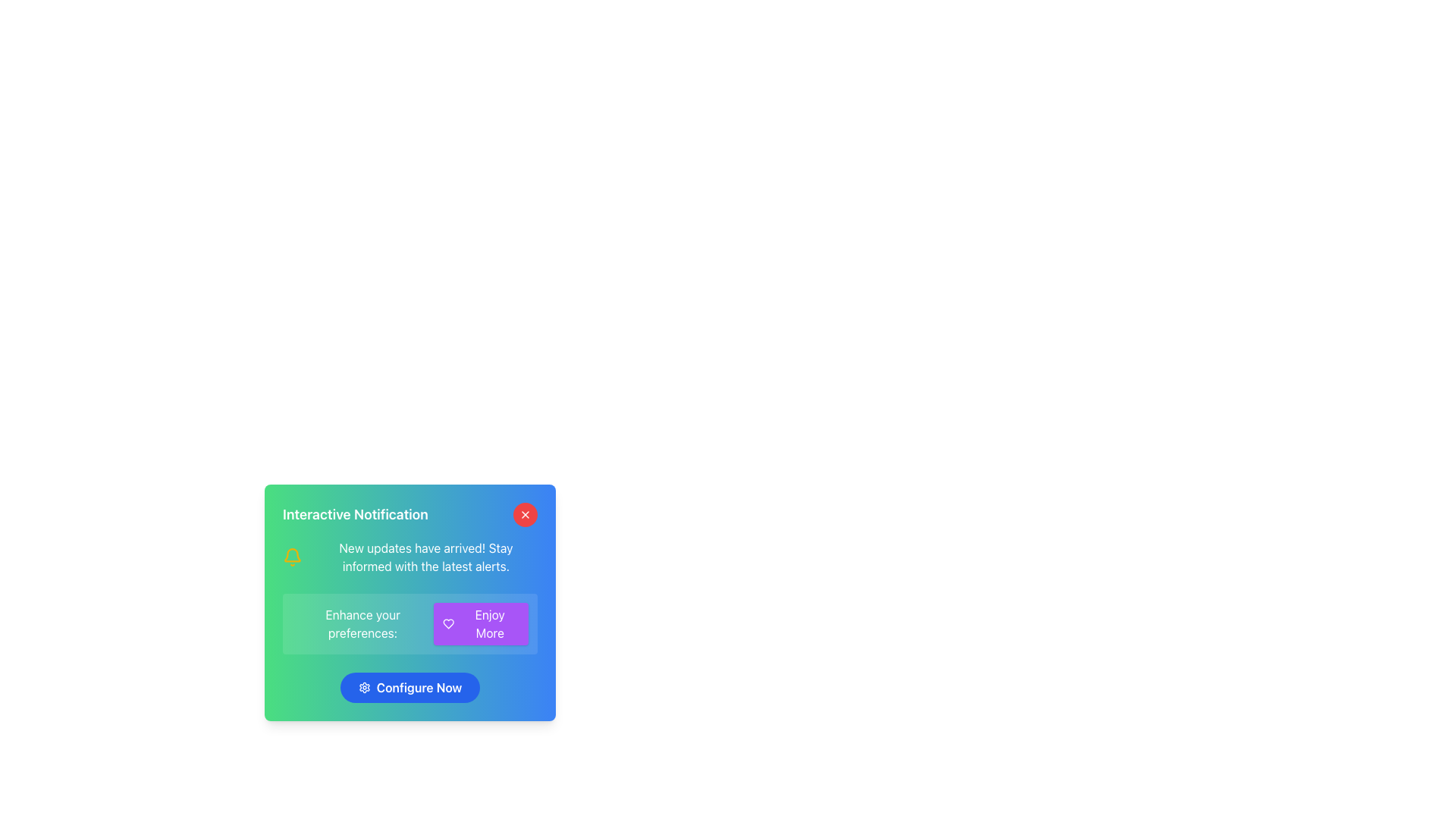 The height and width of the screenshot is (819, 1456). I want to click on the button in the top-right corner next to 'Interactive Notification', so click(525, 513).